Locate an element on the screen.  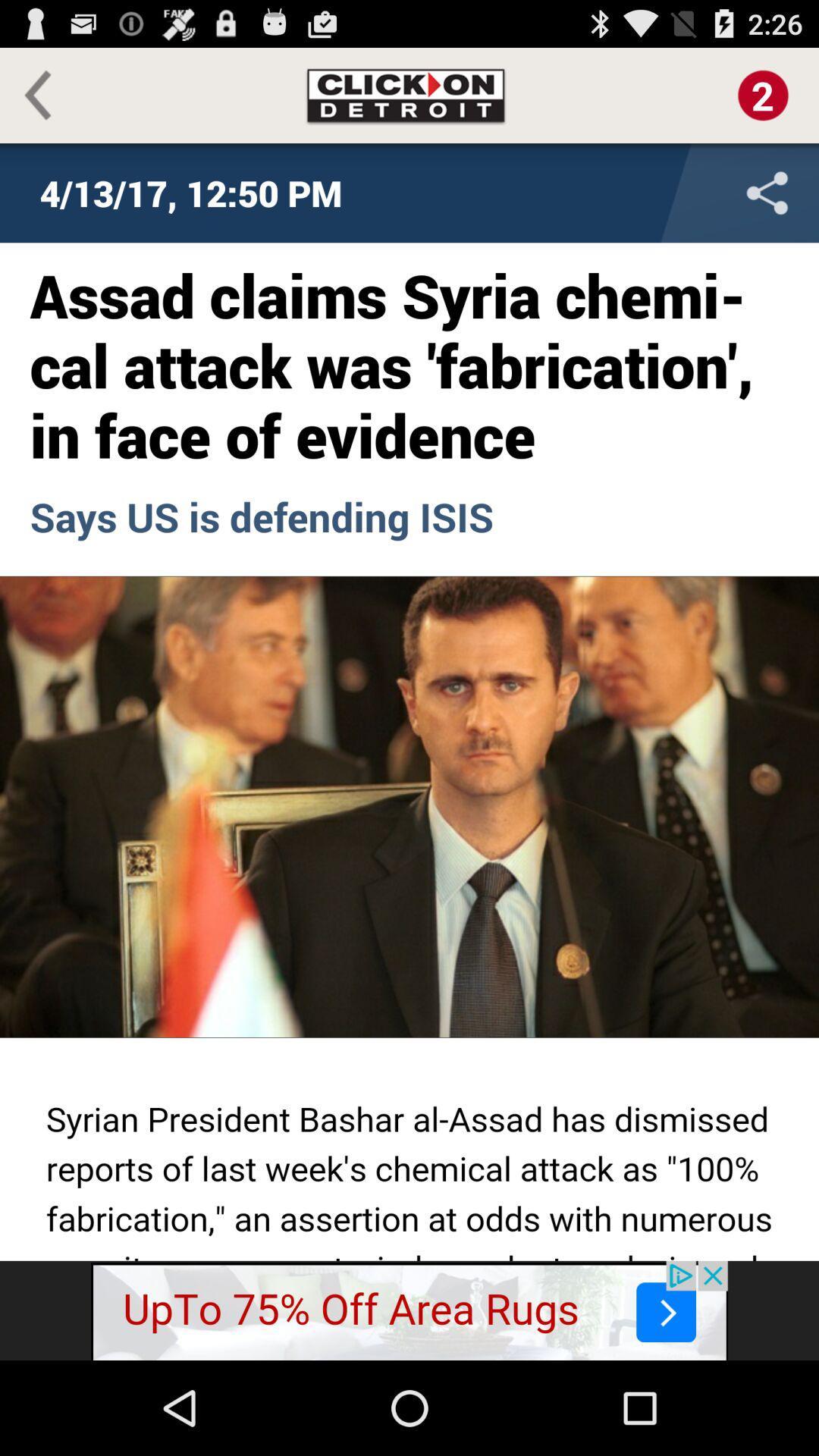
share button is located at coordinates (667, 192).